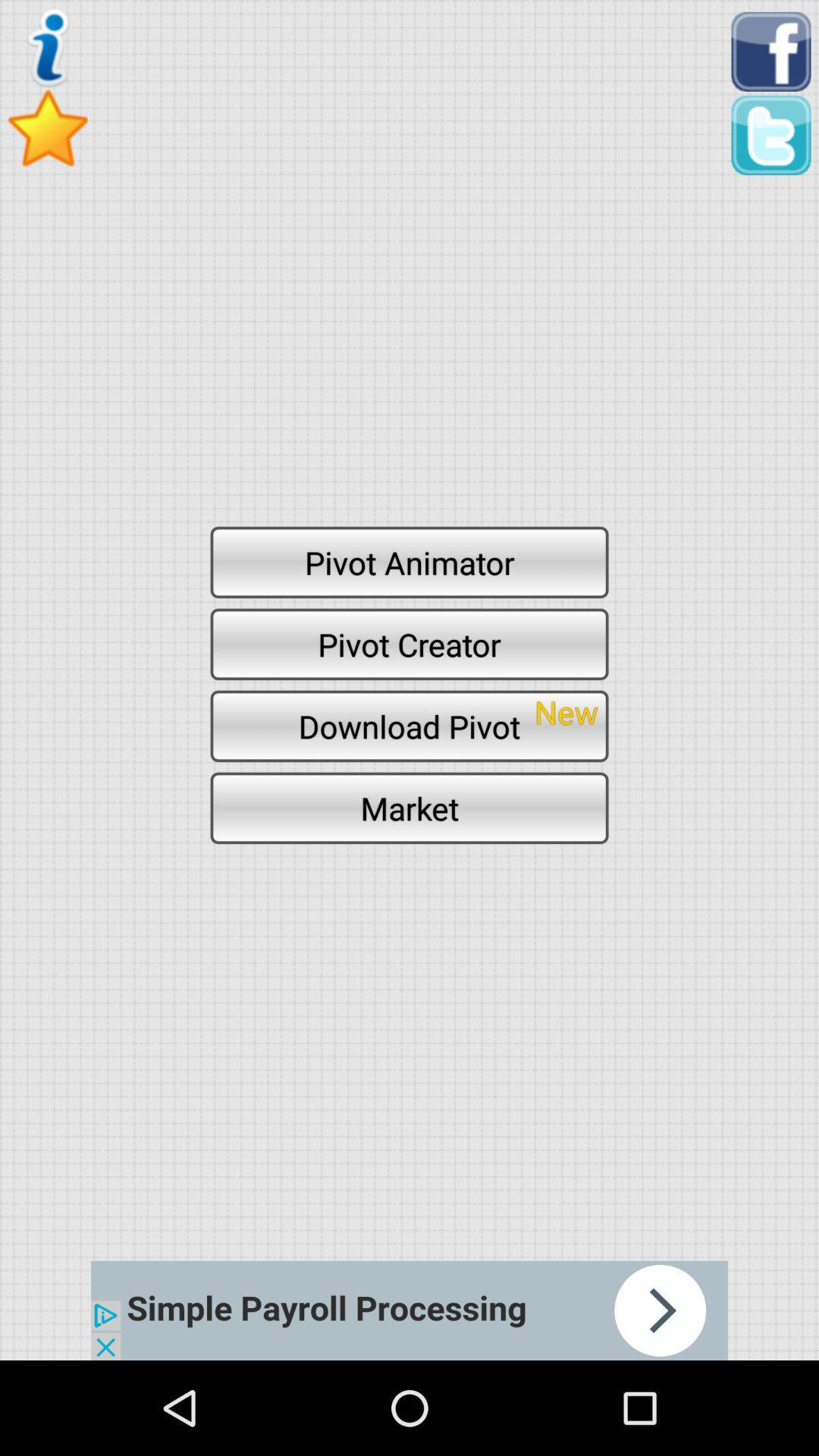 The height and width of the screenshot is (1456, 819). I want to click on the market icon, so click(409, 807).